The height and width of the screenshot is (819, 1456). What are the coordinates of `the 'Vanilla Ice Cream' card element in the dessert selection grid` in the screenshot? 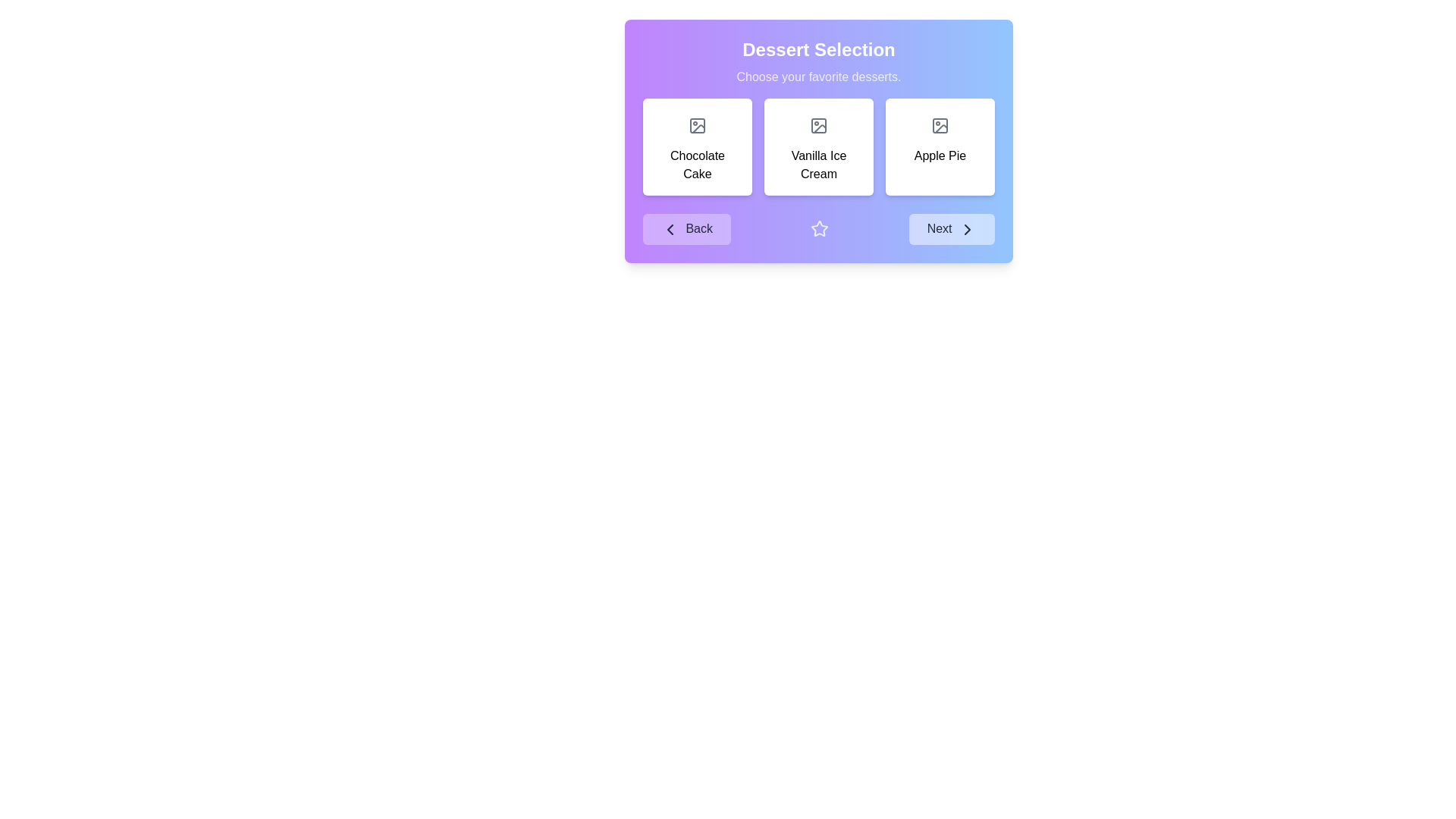 It's located at (818, 140).